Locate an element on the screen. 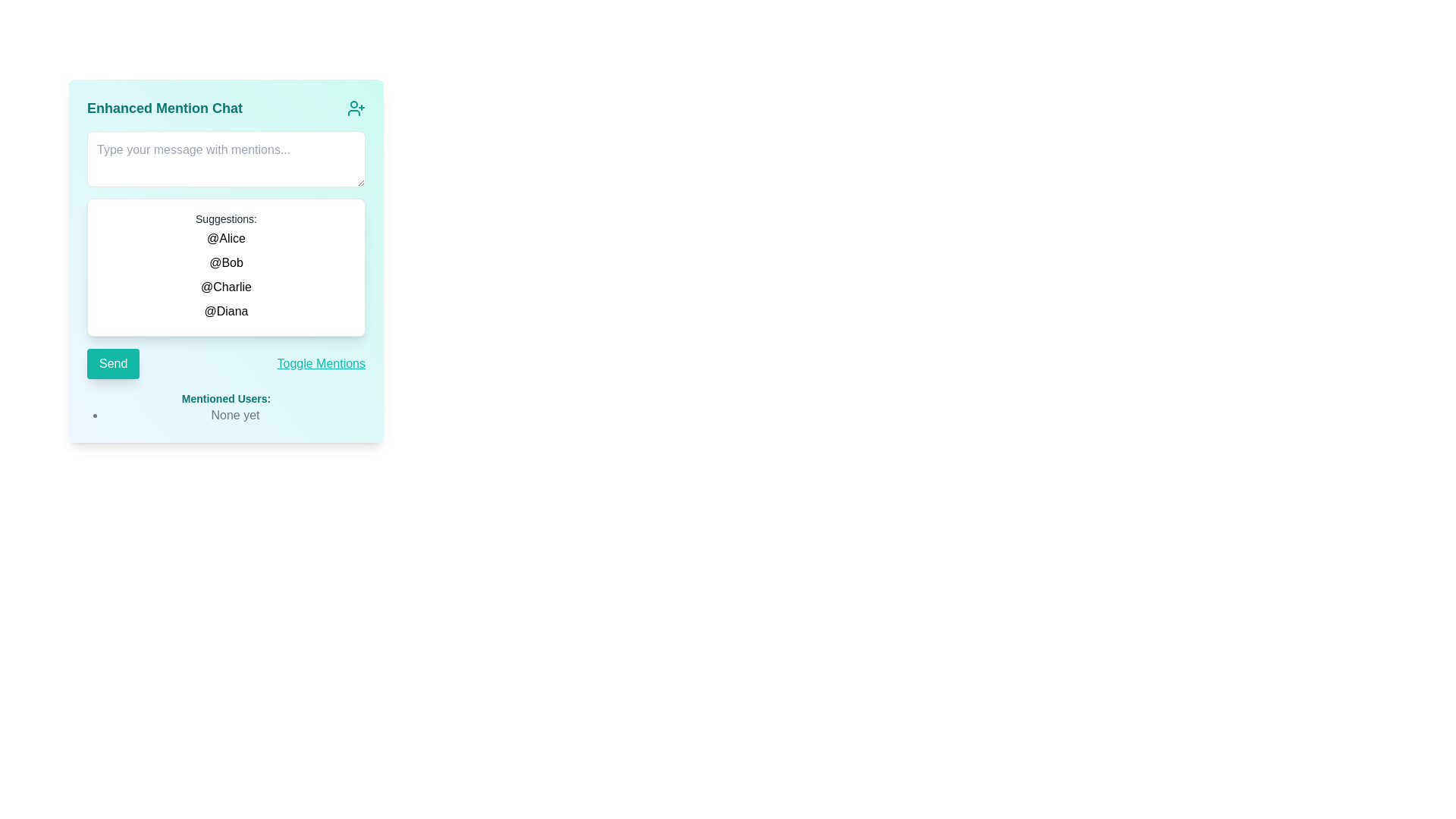  the Text Label located at the top left of the main panel, which indicates its functional purpose for enhanced mention-based communication is located at coordinates (165, 107).